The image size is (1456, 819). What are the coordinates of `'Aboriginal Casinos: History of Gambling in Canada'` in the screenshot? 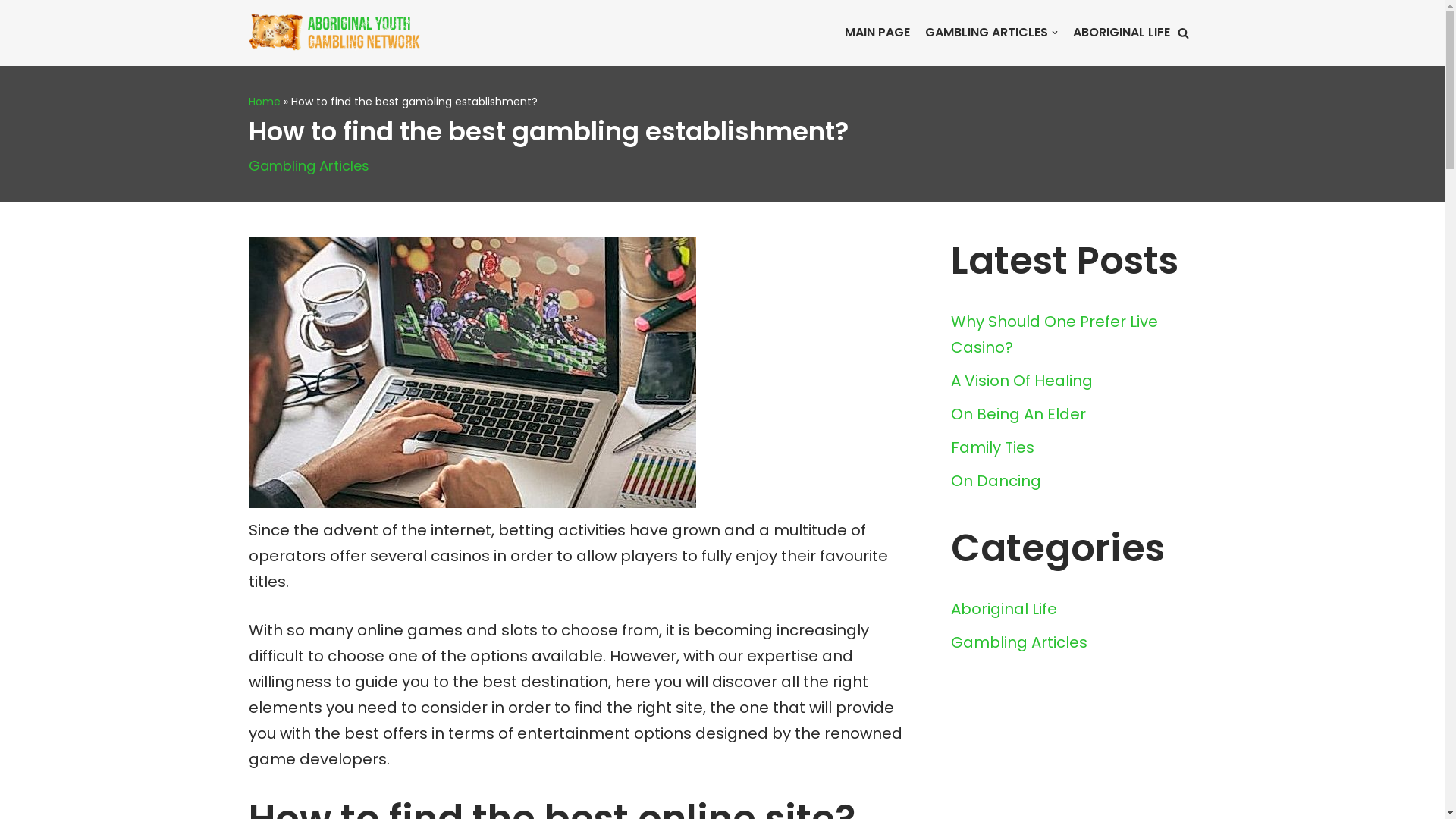 It's located at (342, 33).